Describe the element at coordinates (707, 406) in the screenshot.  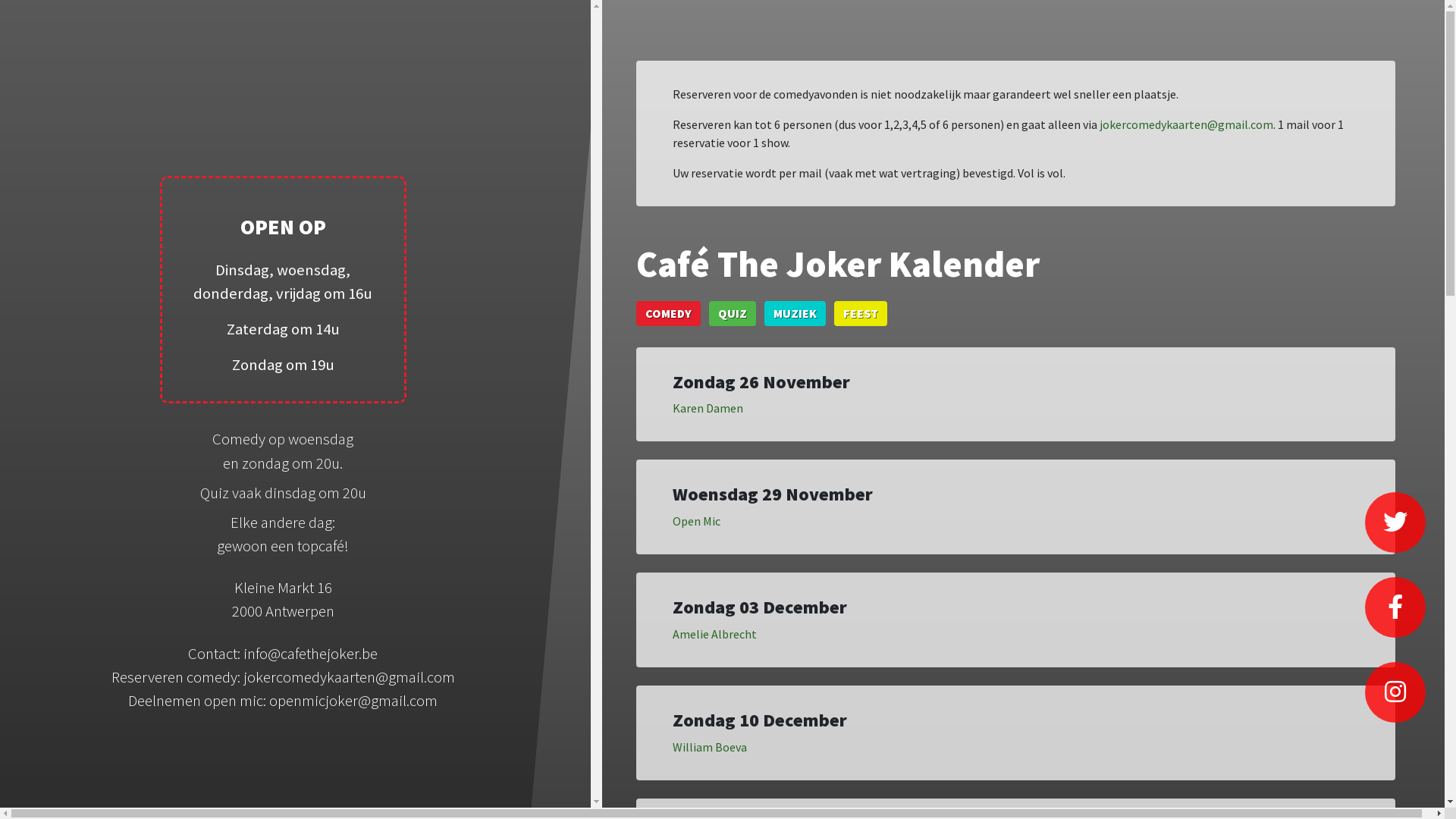
I see `'Karen Damen'` at that location.